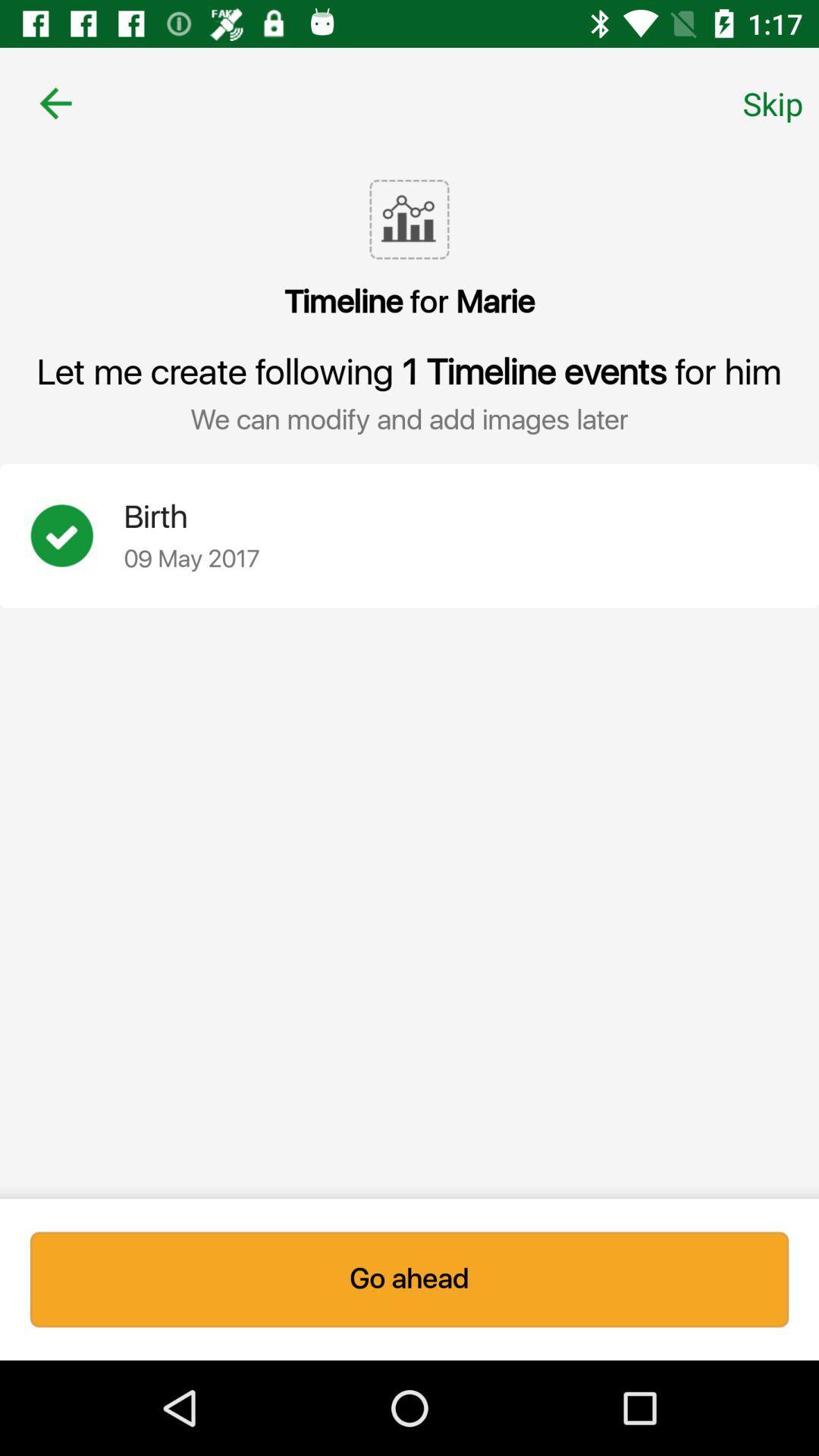  I want to click on skip item, so click(773, 102).